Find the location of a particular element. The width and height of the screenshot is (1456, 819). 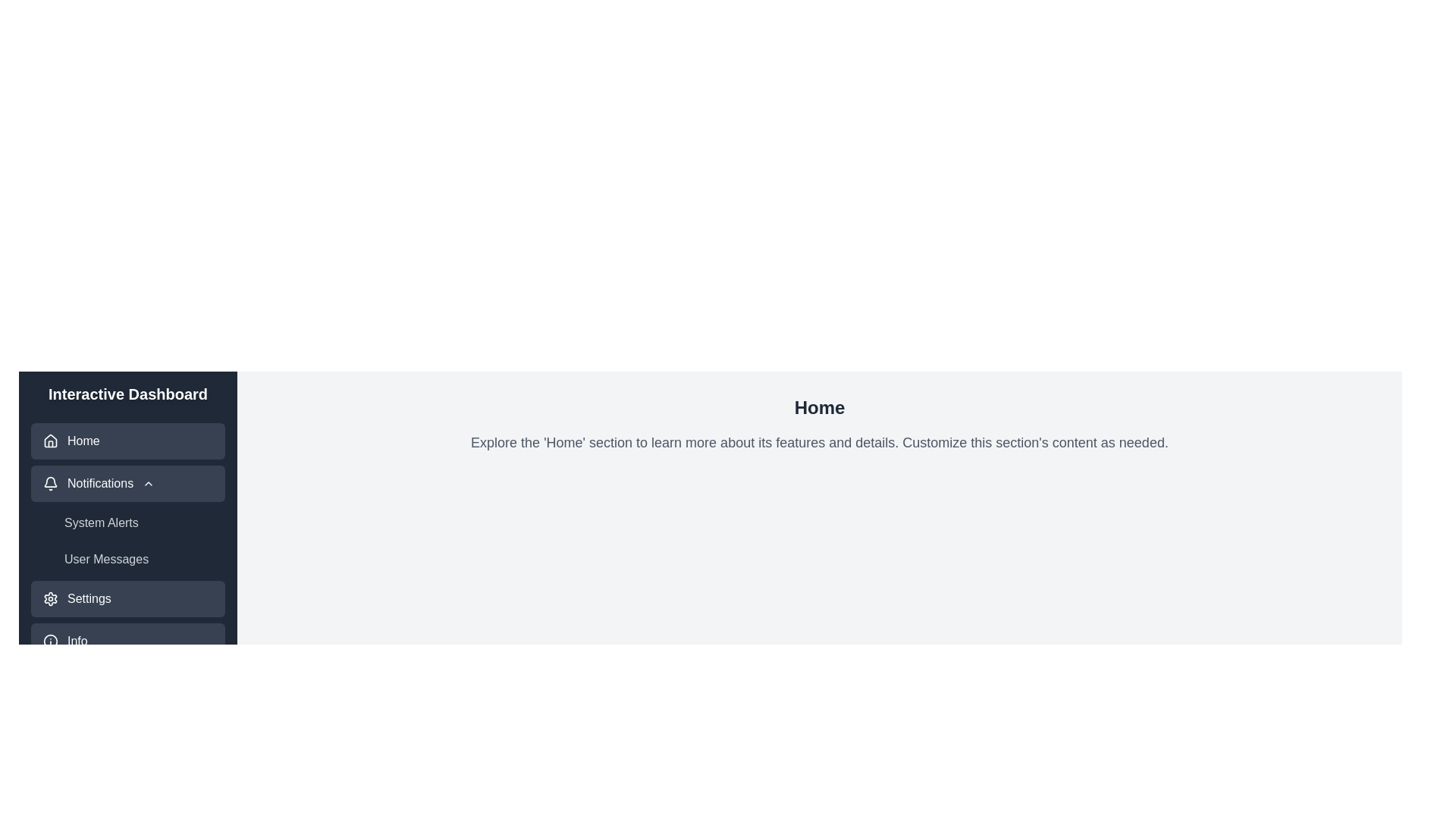

the 'System Alerts' sub-item in the 'Notifications' expandable navigation menu group is located at coordinates (127, 519).